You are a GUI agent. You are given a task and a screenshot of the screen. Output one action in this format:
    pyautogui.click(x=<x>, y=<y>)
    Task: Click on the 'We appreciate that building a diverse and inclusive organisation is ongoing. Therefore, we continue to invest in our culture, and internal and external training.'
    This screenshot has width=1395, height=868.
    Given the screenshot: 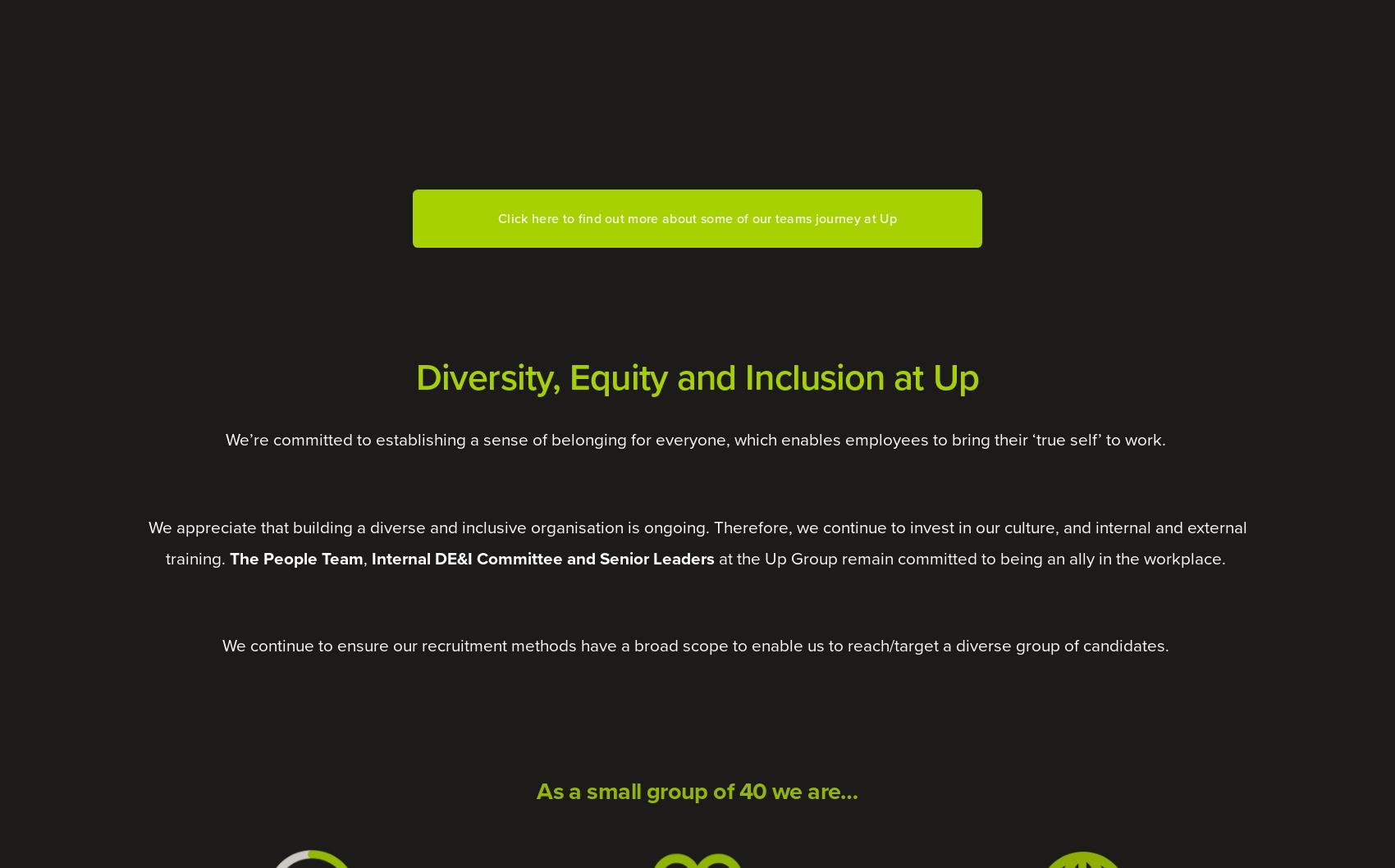 What is the action you would take?
    pyautogui.click(x=699, y=541)
    